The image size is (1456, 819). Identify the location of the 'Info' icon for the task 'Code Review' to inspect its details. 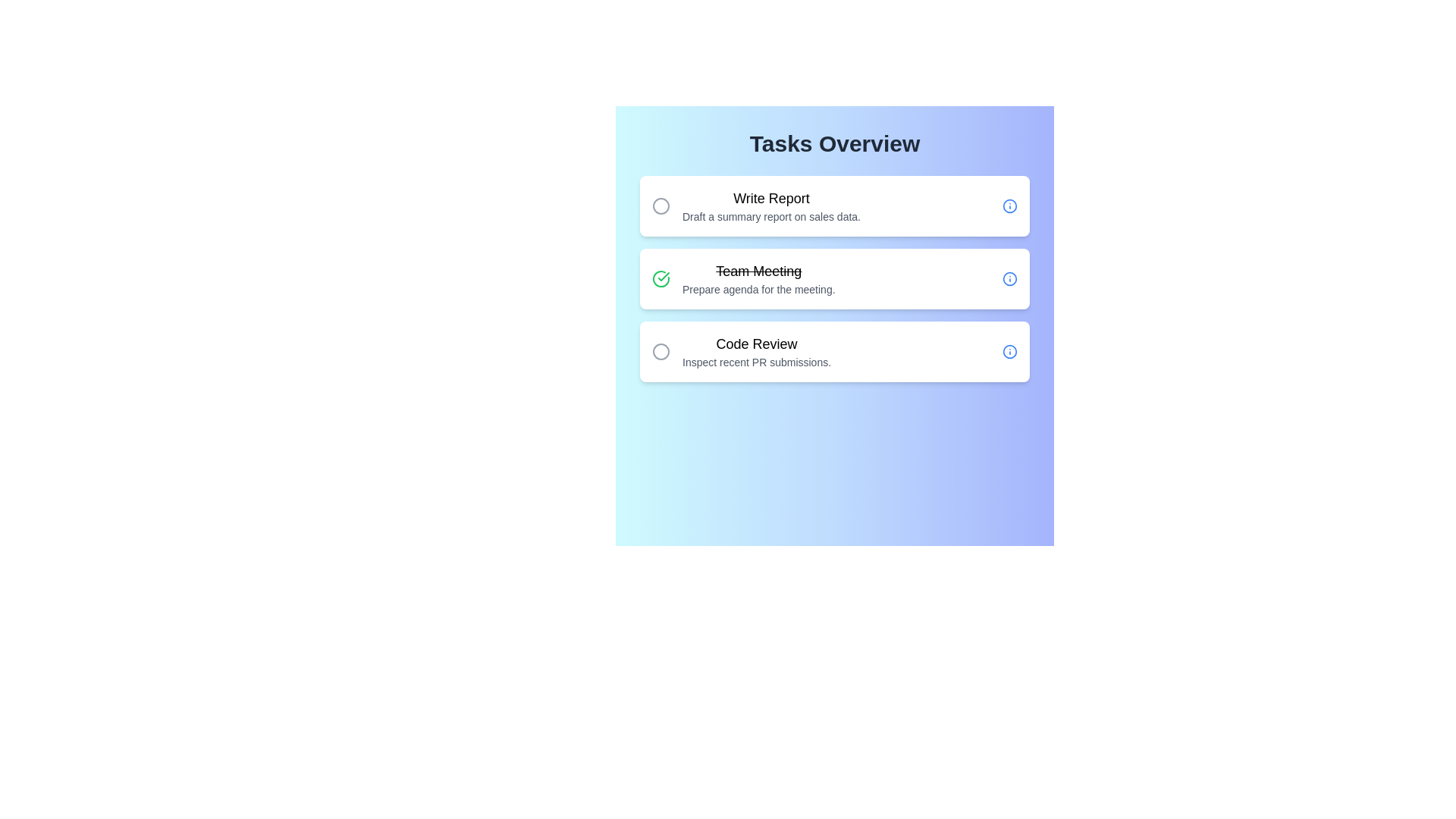
(1009, 351).